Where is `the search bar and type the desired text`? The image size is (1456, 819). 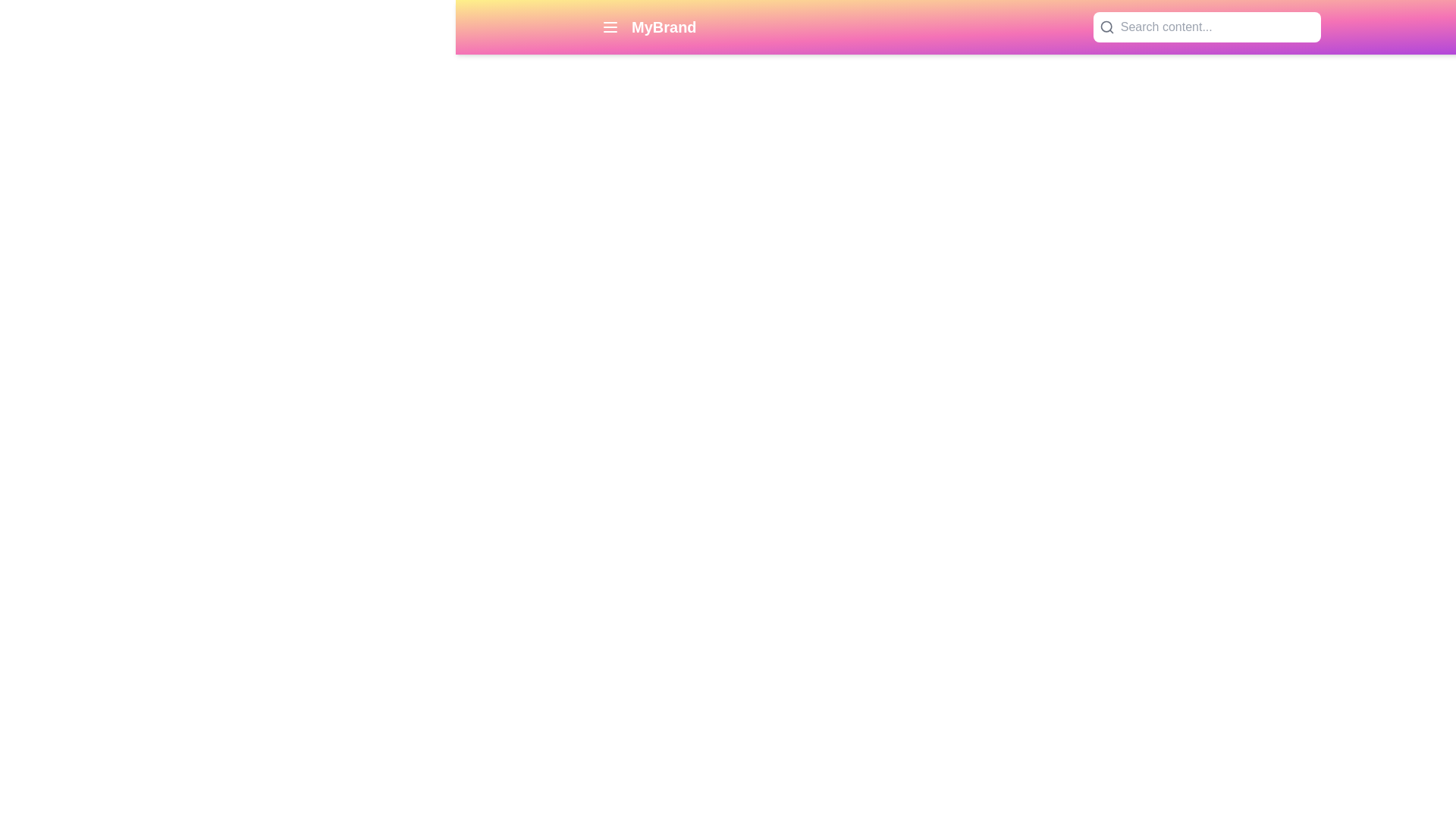 the search bar and type the desired text is located at coordinates (1217, 27).